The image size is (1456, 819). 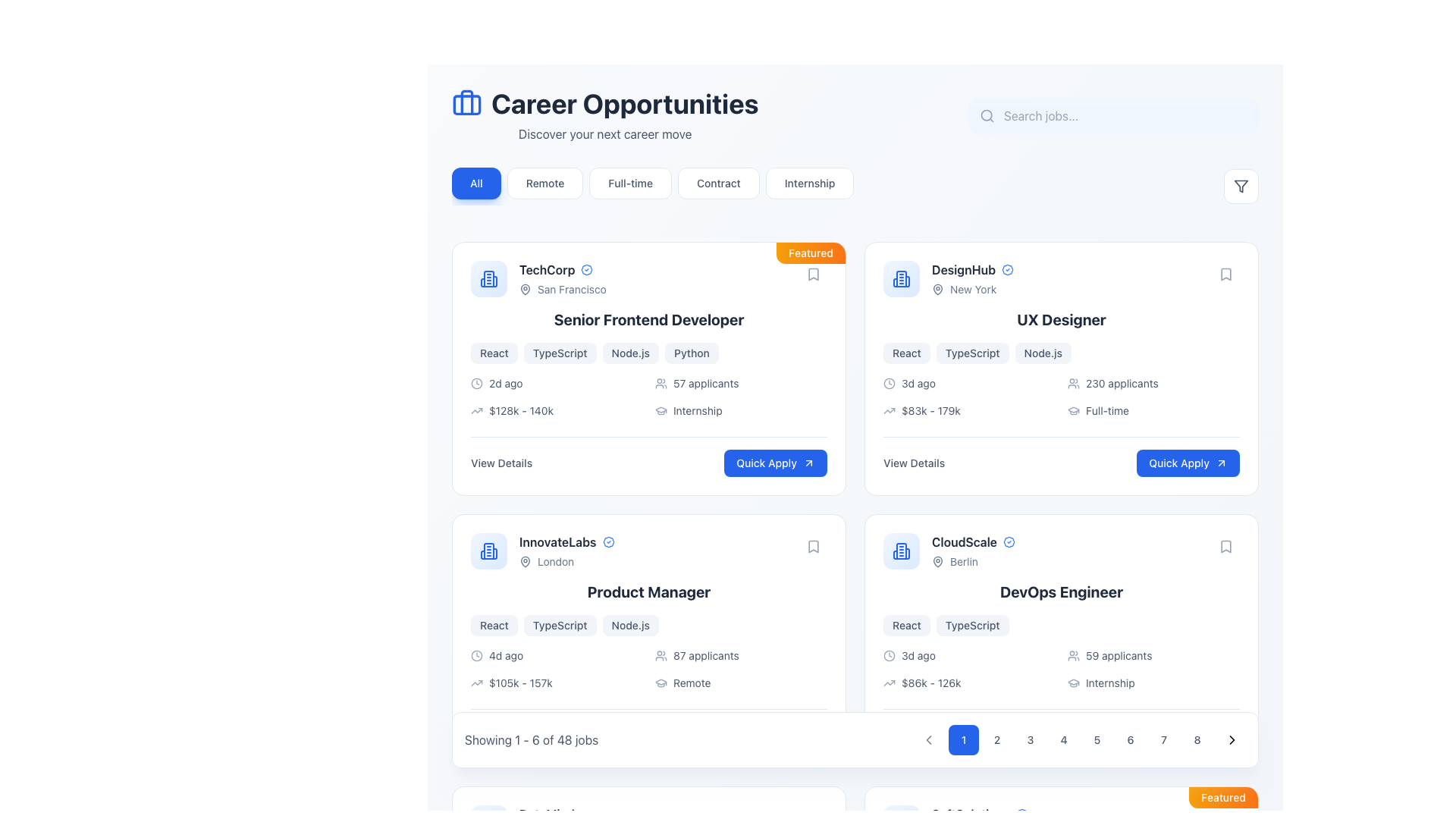 What do you see at coordinates (902, 551) in the screenshot?
I see `the blue building icon located in the bottom-right section of the interface within the 'CloudScale' job posting card for a 'DevOps Engineer' in Berlin` at bounding box center [902, 551].